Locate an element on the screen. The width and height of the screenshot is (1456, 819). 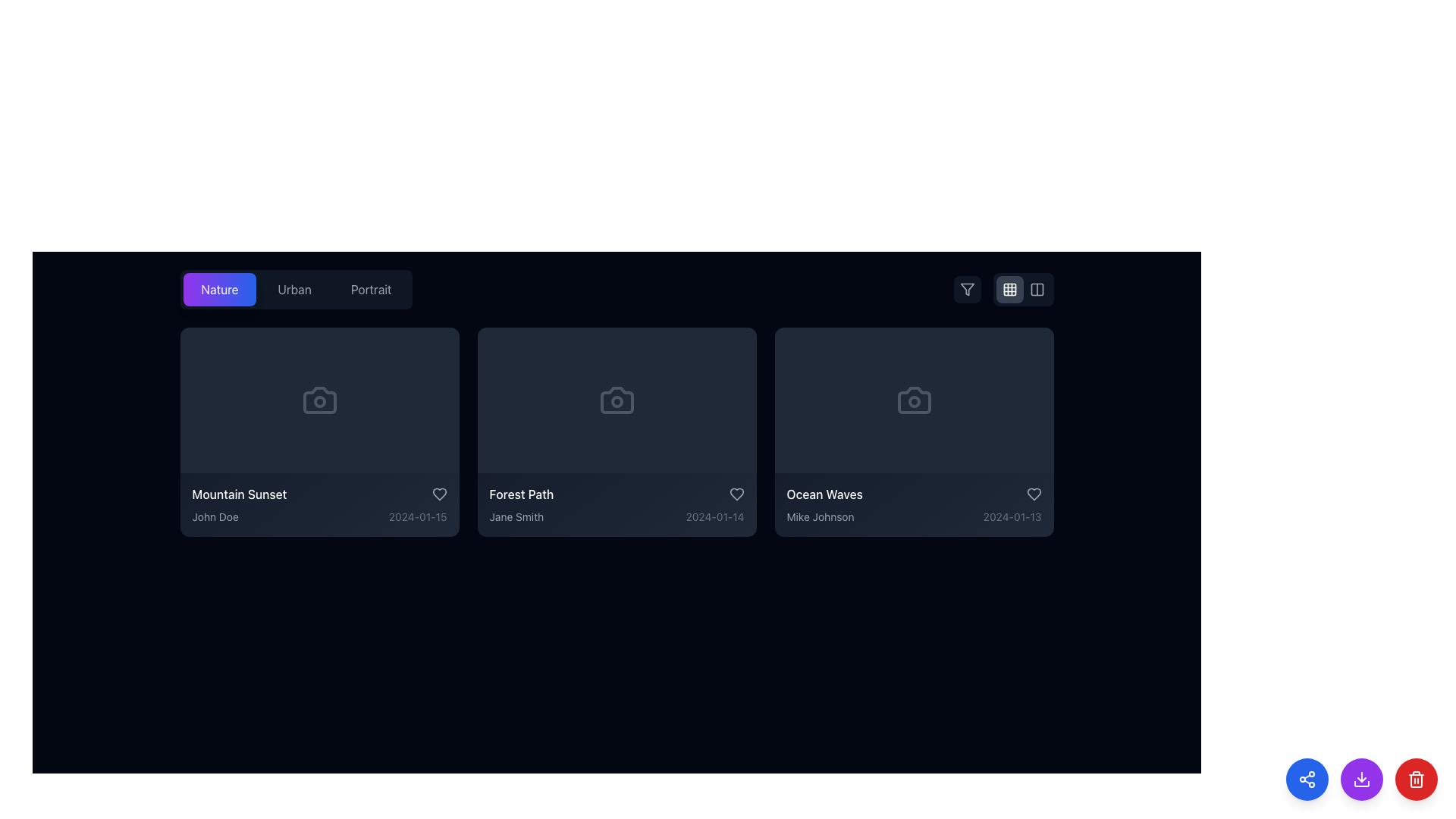
the funnel icon representing the filter function, located at the far right of the horizontal control bar, adjacent to two other icons is located at coordinates (966, 289).